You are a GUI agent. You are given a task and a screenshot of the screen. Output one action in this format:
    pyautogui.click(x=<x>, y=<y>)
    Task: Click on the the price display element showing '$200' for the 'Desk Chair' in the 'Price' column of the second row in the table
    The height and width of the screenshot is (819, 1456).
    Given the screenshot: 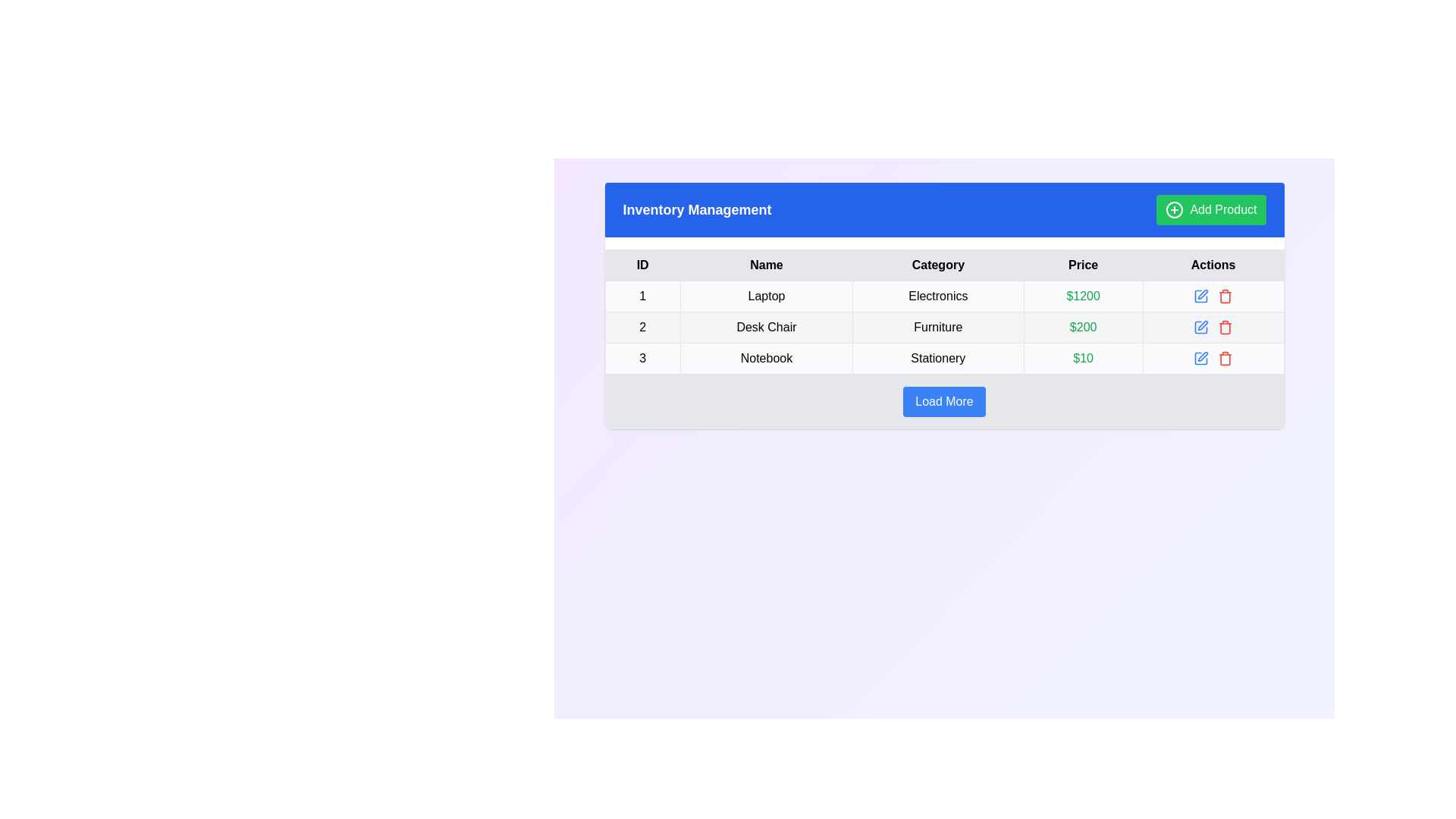 What is the action you would take?
    pyautogui.click(x=1082, y=327)
    